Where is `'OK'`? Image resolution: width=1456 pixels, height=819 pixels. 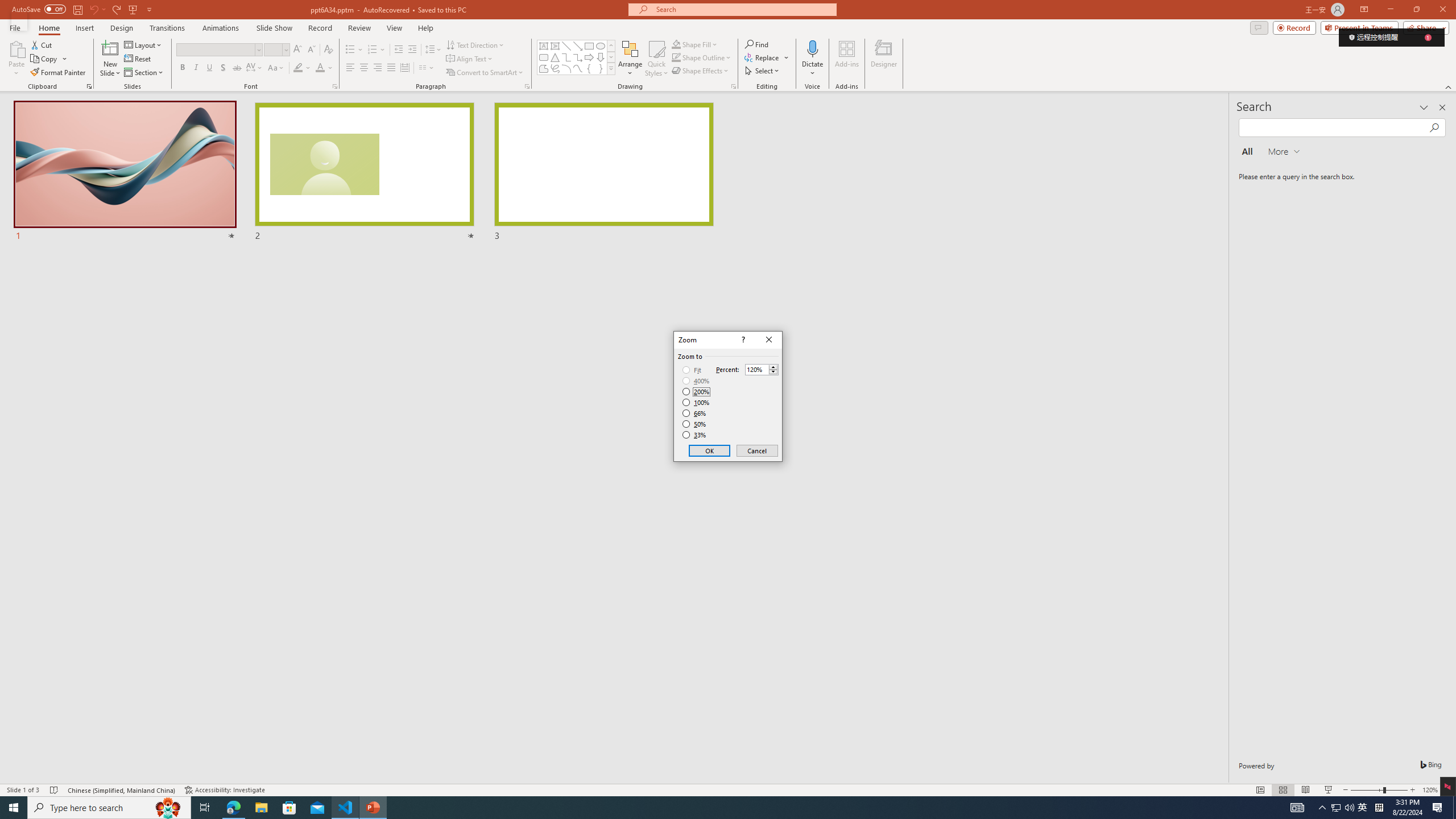
'OK' is located at coordinates (709, 450).